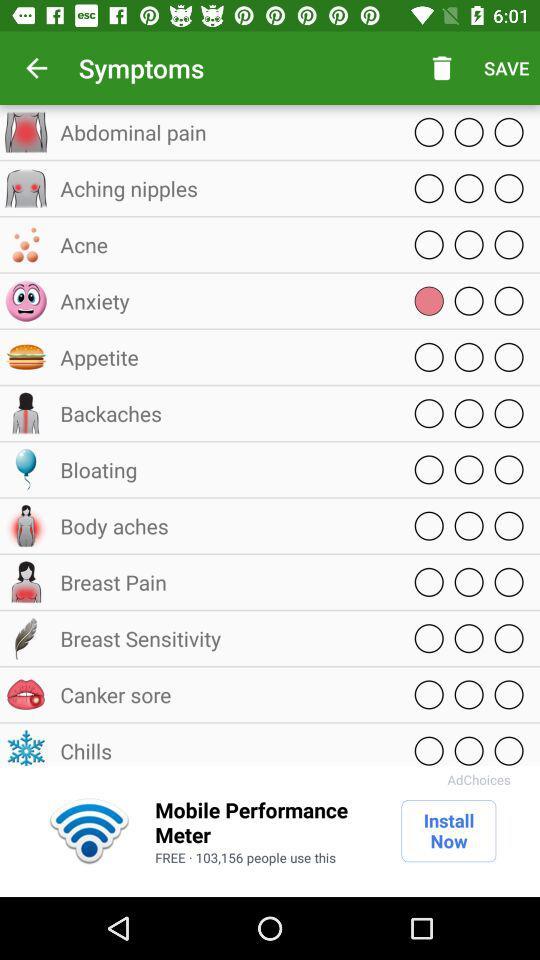  I want to click on breast pain item, so click(224, 582).